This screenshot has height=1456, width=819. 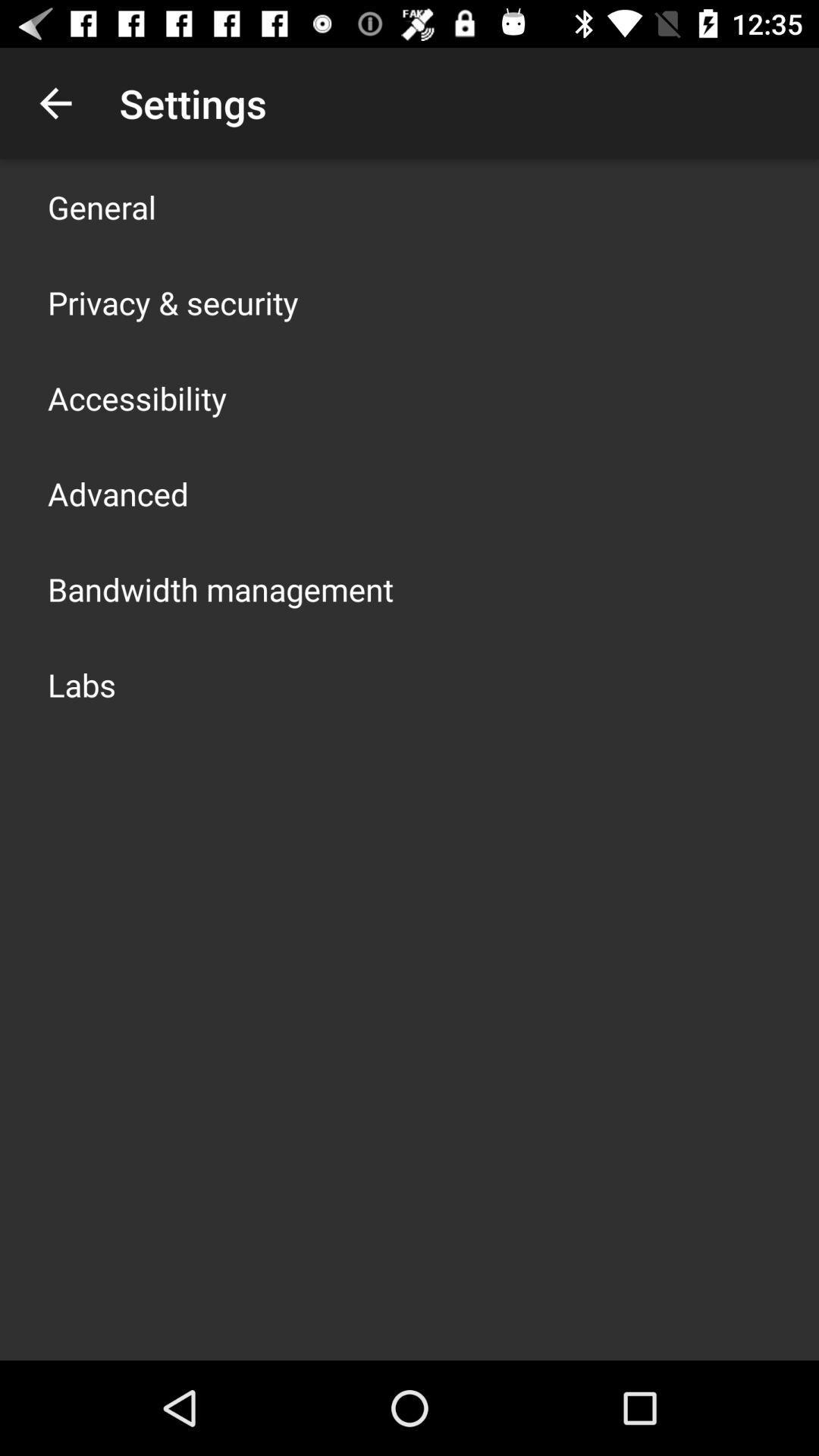 What do you see at coordinates (55, 102) in the screenshot?
I see `the item next to settings app` at bounding box center [55, 102].